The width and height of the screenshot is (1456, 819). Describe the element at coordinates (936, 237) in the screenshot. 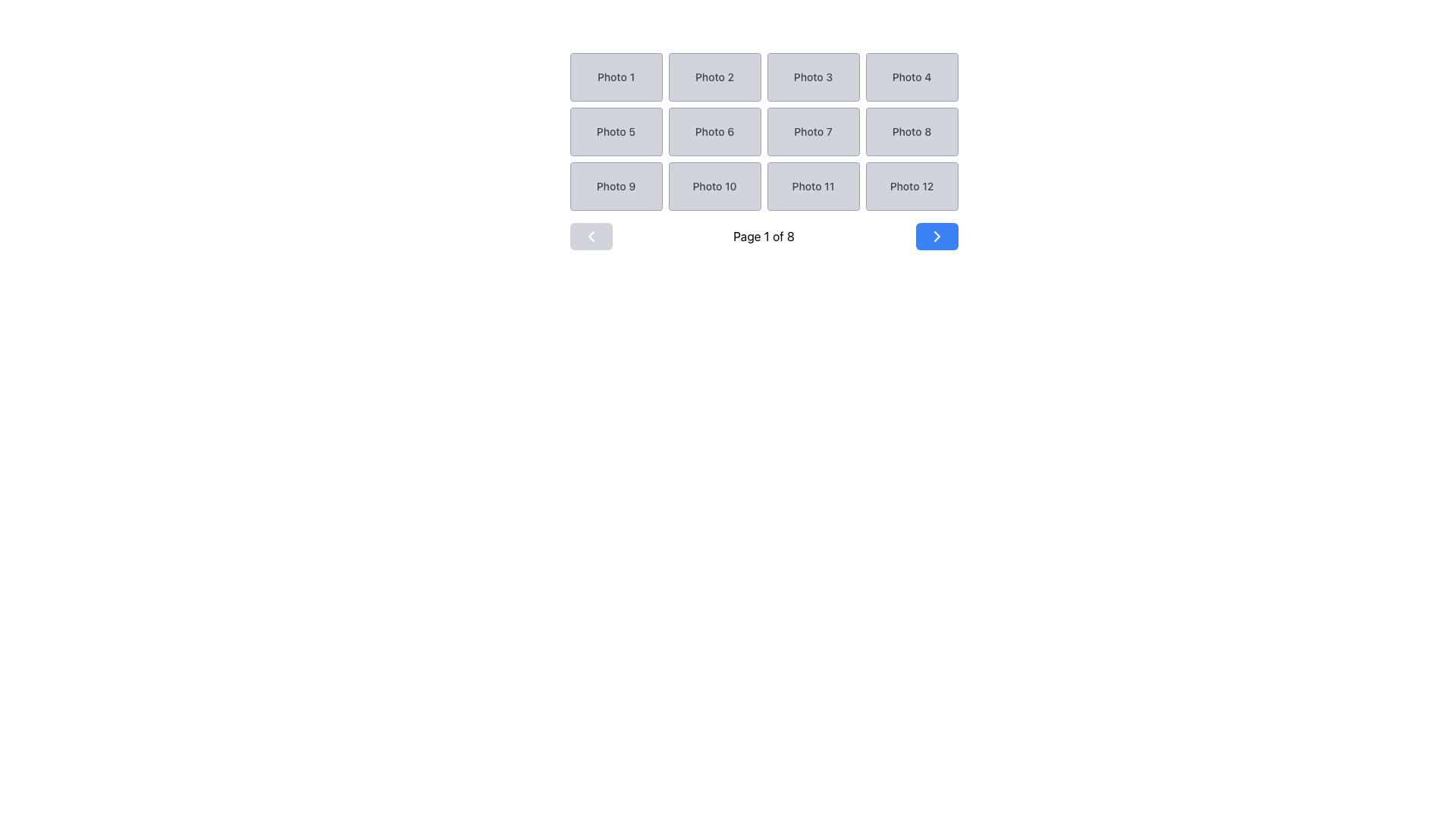

I see `the blue rectangular button with white text and a right-pointing chevron symbol` at that location.